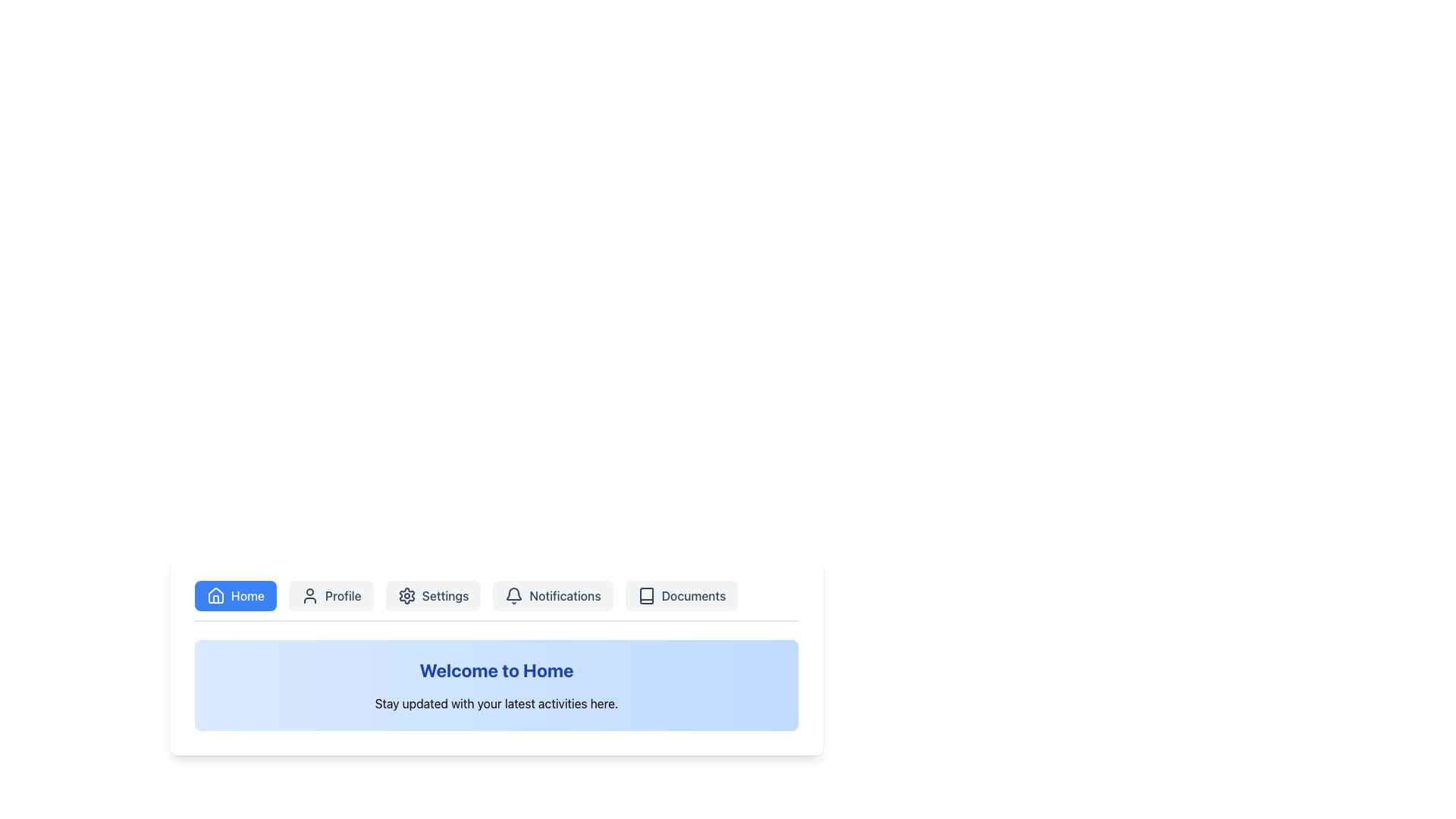 The image size is (1456, 819). I want to click on the 'Home' button, which contains a minimalist house icon with rounded edges, highlighted in blue, located in the top-center of the interface, so click(215, 595).